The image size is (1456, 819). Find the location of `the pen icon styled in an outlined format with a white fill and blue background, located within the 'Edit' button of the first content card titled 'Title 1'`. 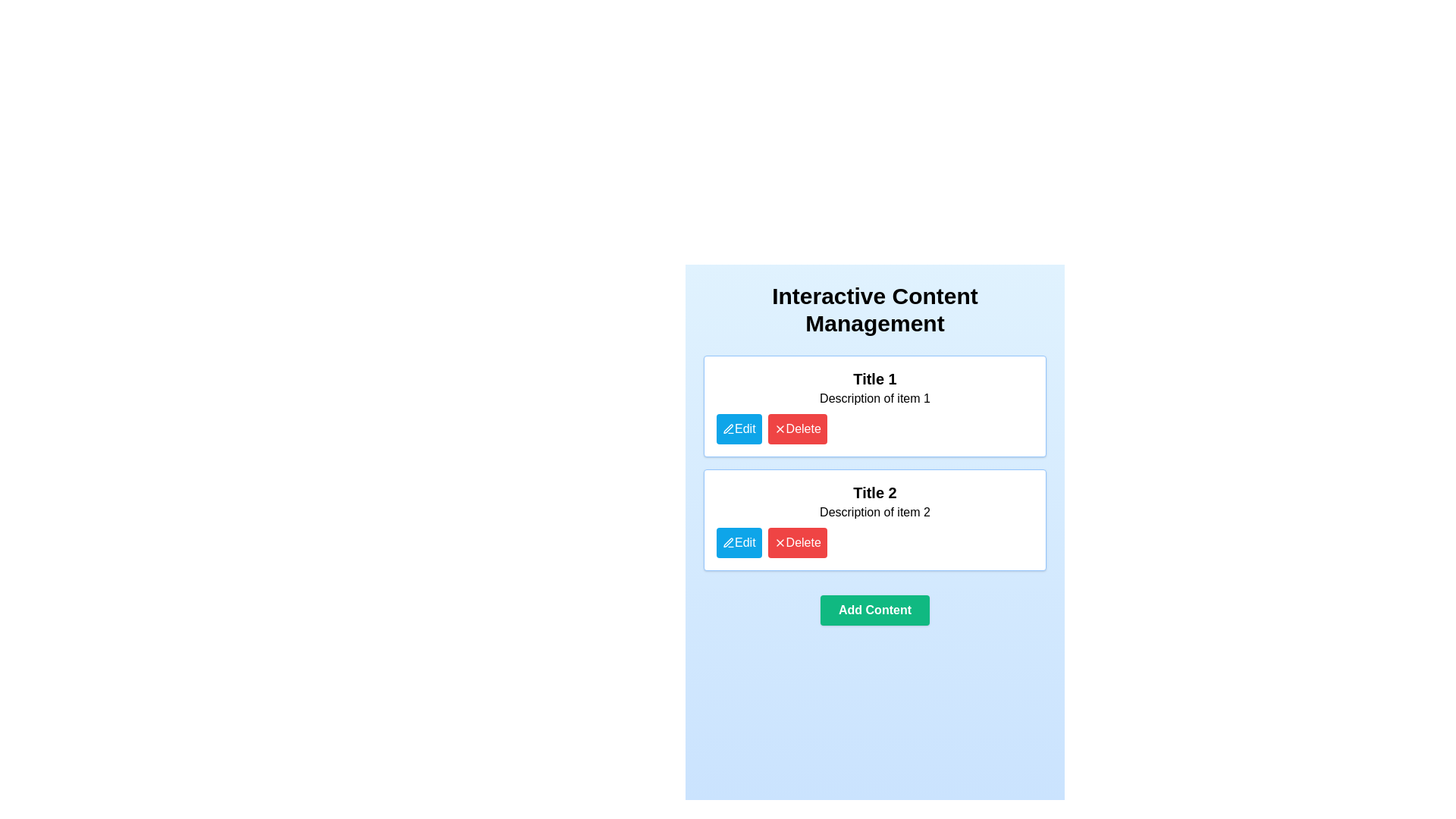

the pen icon styled in an outlined format with a white fill and blue background, located within the 'Edit' button of the first content card titled 'Title 1' is located at coordinates (728, 542).